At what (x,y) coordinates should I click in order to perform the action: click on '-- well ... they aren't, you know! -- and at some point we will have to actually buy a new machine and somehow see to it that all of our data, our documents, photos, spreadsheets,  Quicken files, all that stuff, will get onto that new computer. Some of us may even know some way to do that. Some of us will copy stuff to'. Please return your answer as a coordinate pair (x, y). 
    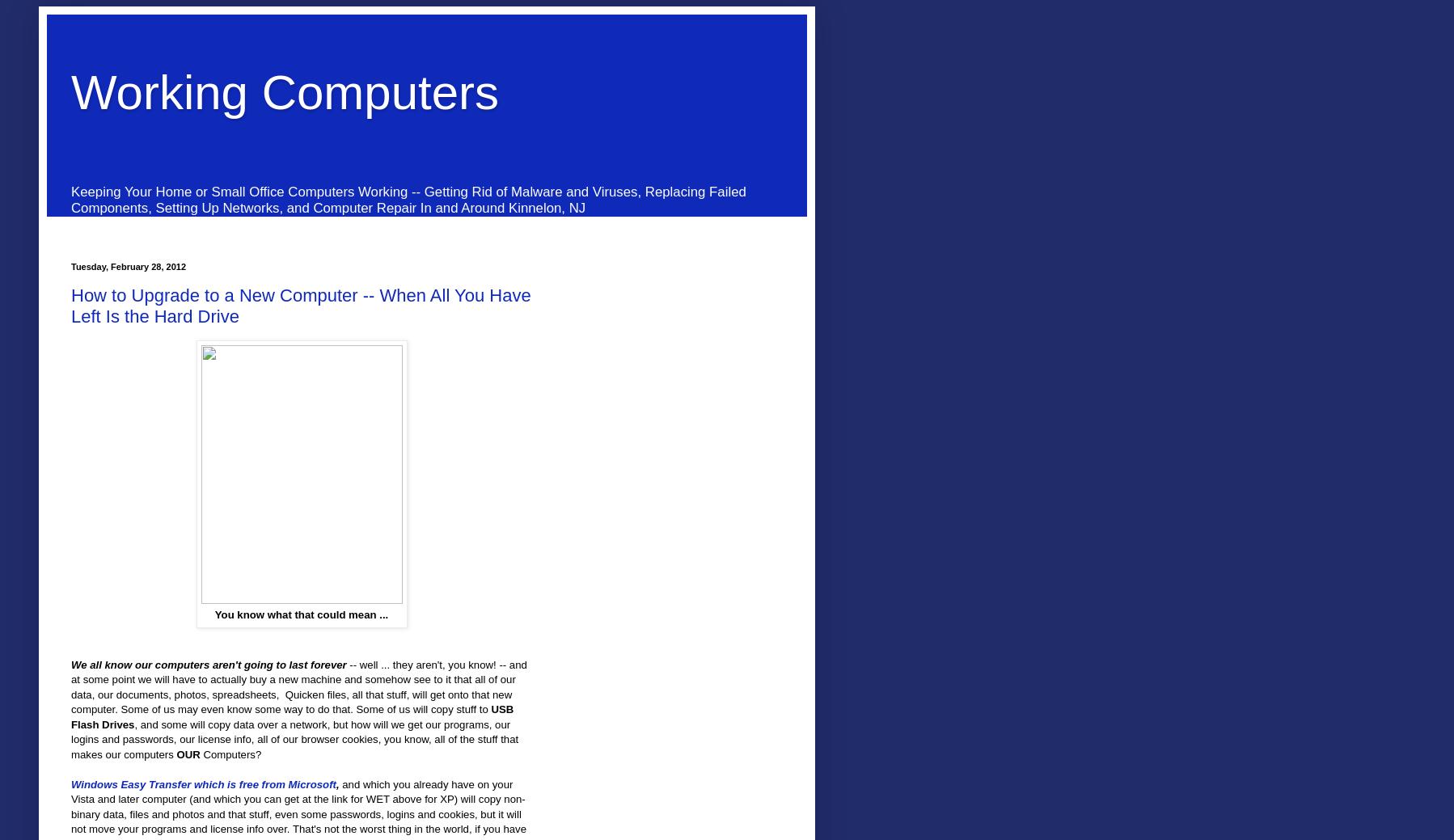
    Looking at the image, I should click on (298, 686).